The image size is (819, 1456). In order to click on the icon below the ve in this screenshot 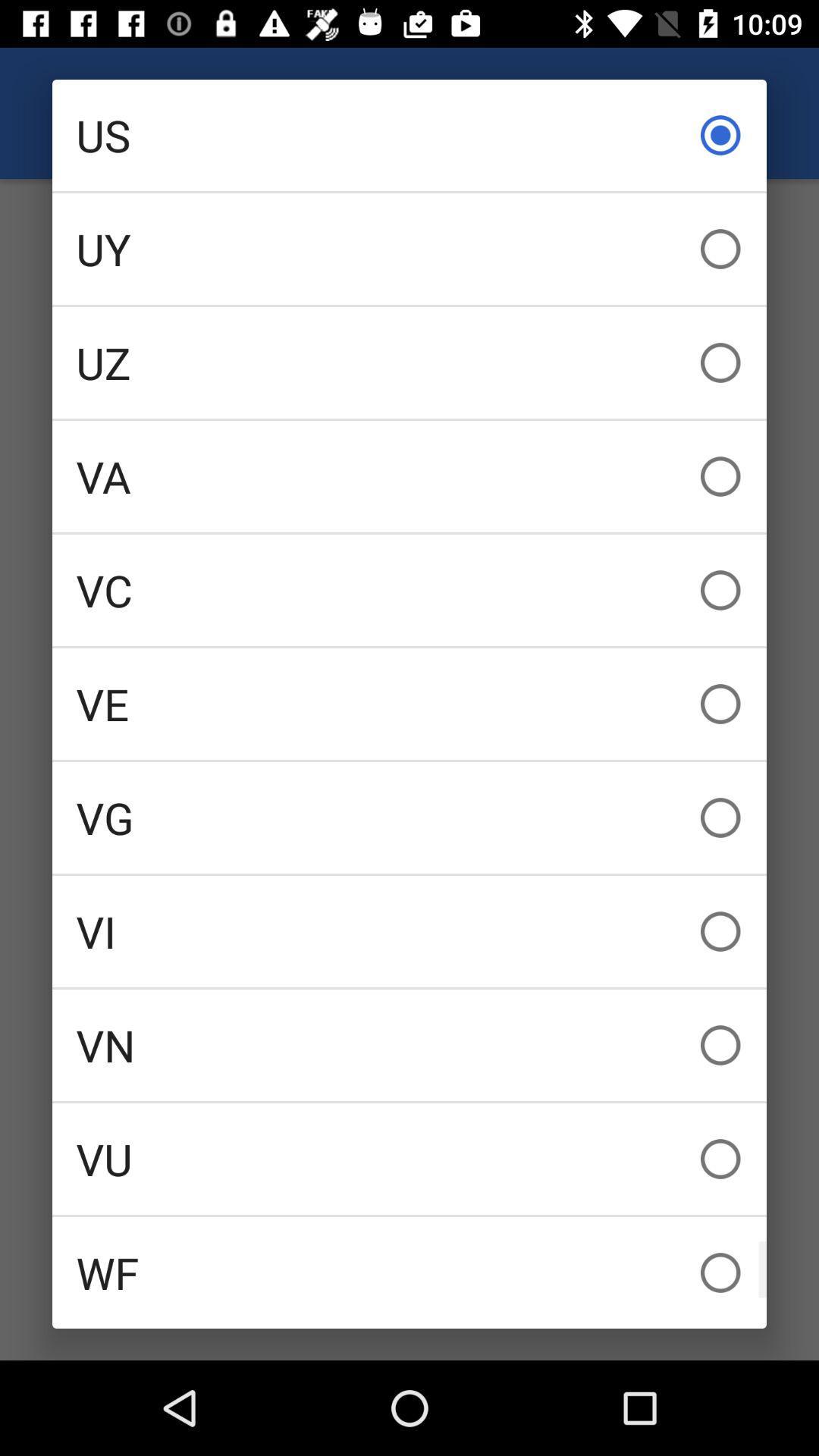, I will do `click(409, 817)`.